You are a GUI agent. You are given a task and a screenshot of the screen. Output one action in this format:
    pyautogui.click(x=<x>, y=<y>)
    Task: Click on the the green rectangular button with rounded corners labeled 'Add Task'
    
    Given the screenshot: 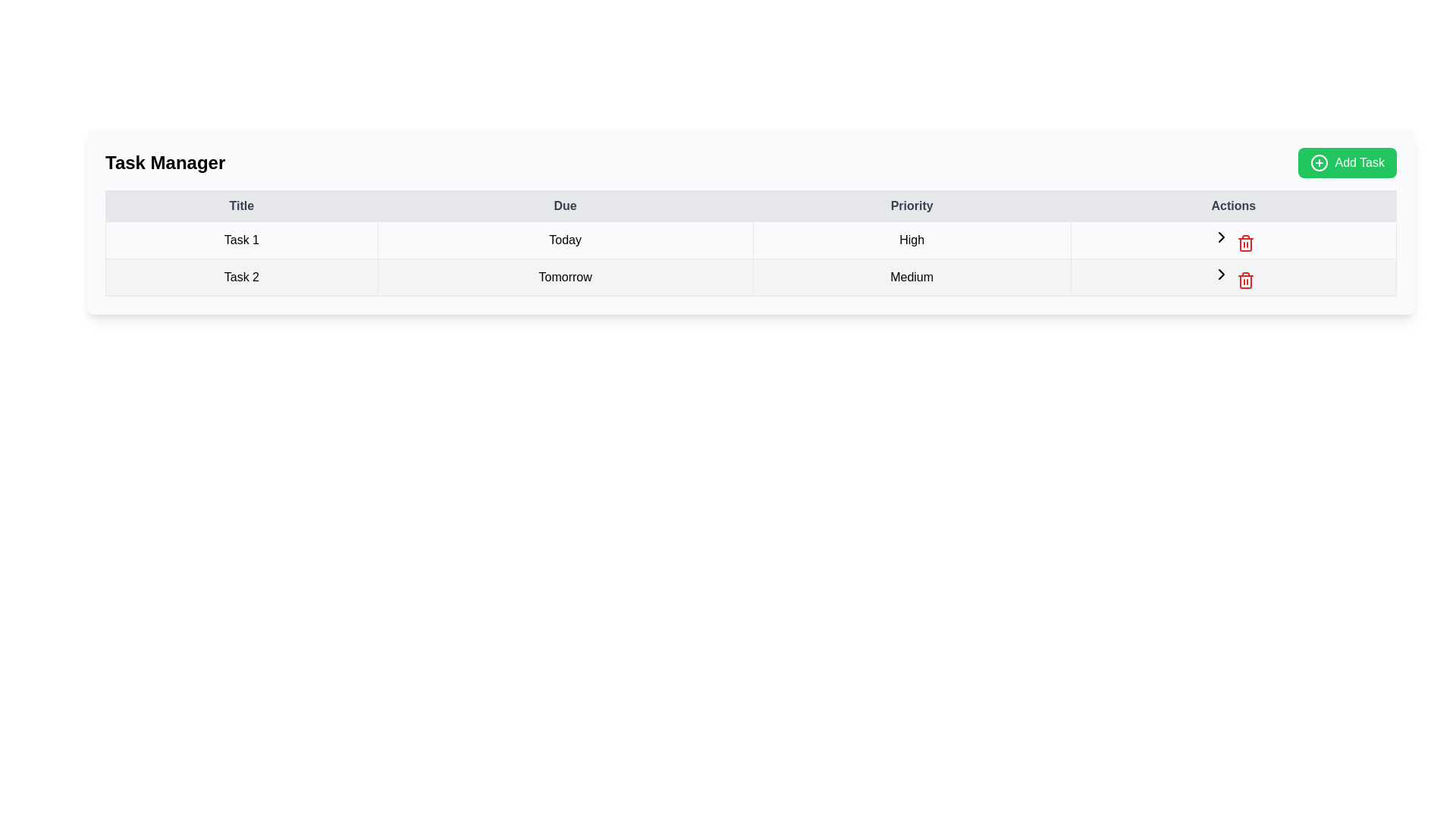 What is the action you would take?
    pyautogui.click(x=1348, y=163)
    